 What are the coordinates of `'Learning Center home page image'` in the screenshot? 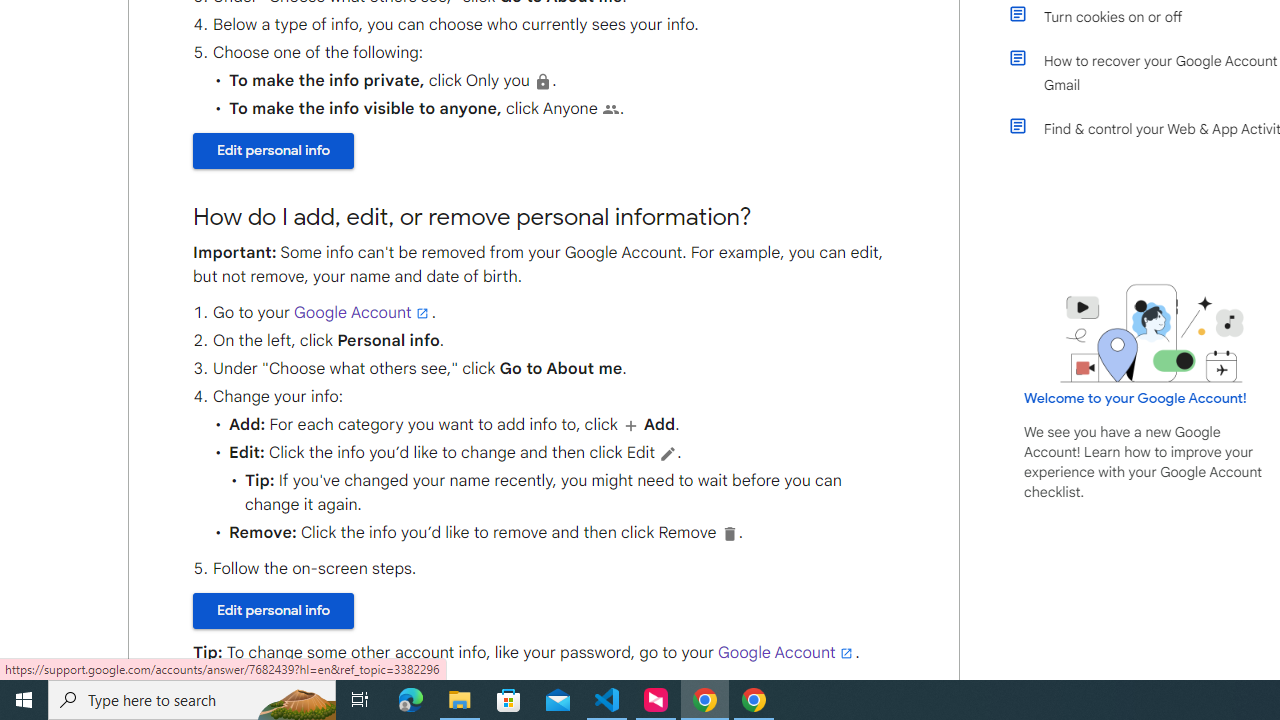 It's located at (1152, 332).